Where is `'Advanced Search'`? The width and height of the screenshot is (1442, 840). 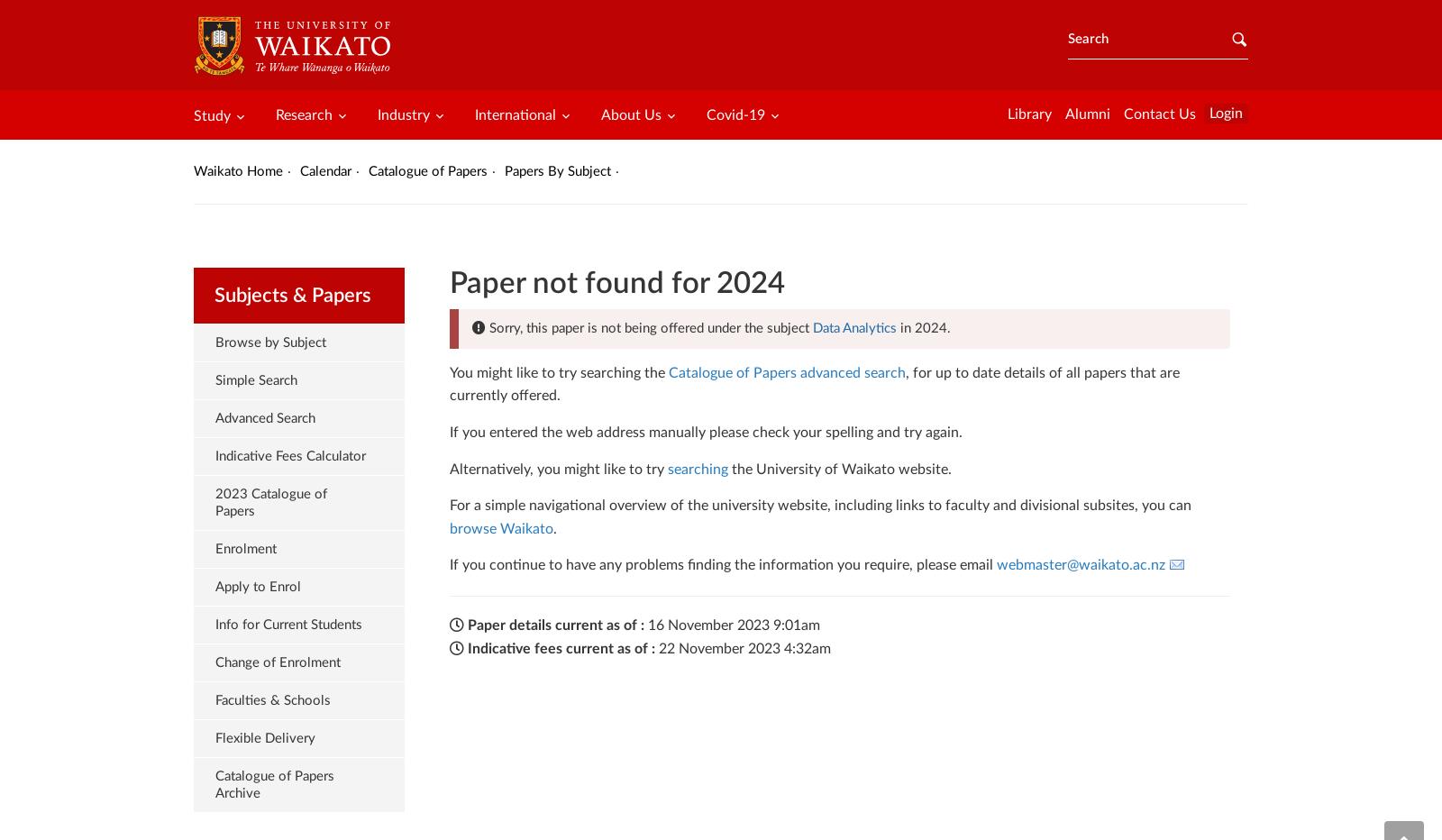 'Advanced Search' is located at coordinates (265, 417).